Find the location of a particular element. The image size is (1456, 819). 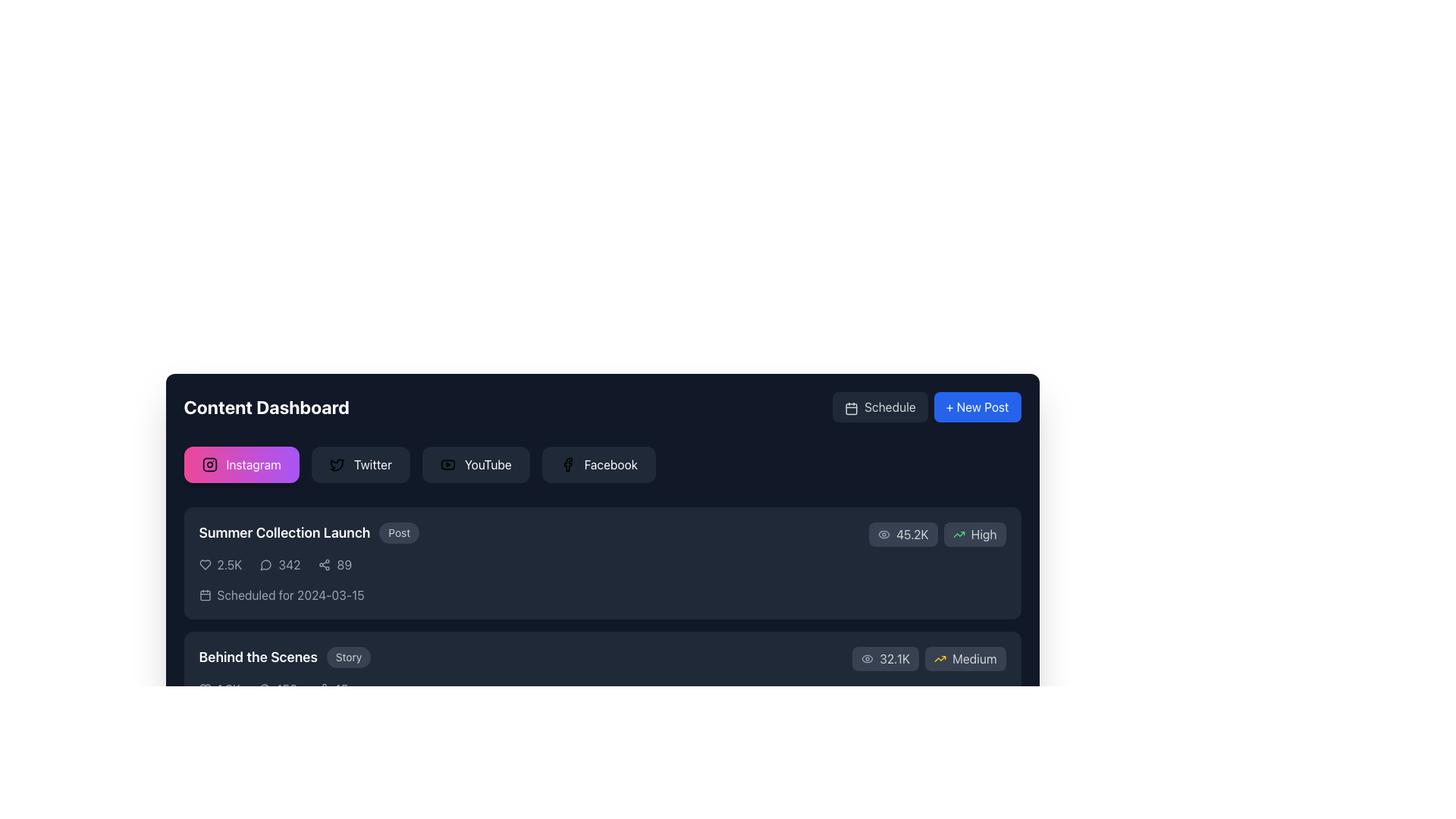

the eye icon that indicates visibility or view counts, which is the leftmost feature of a rectangular button with rounded corners and a dark gray background, adjacent to the text '32.1K' is located at coordinates (868, 657).